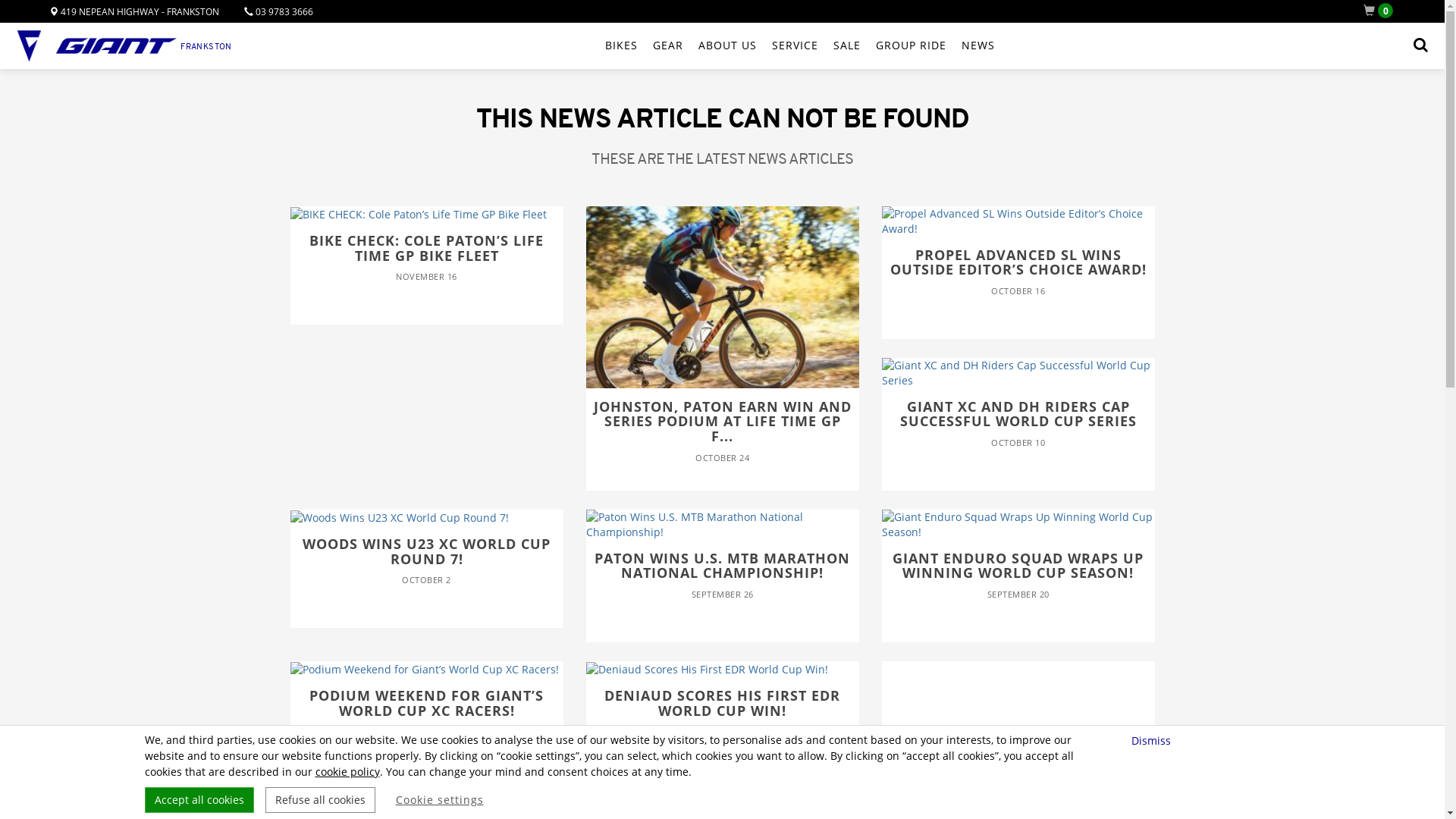  What do you see at coordinates (910, 45) in the screenshot?
I see `'GROUP RIDE'` at bounding box center [910, 45].